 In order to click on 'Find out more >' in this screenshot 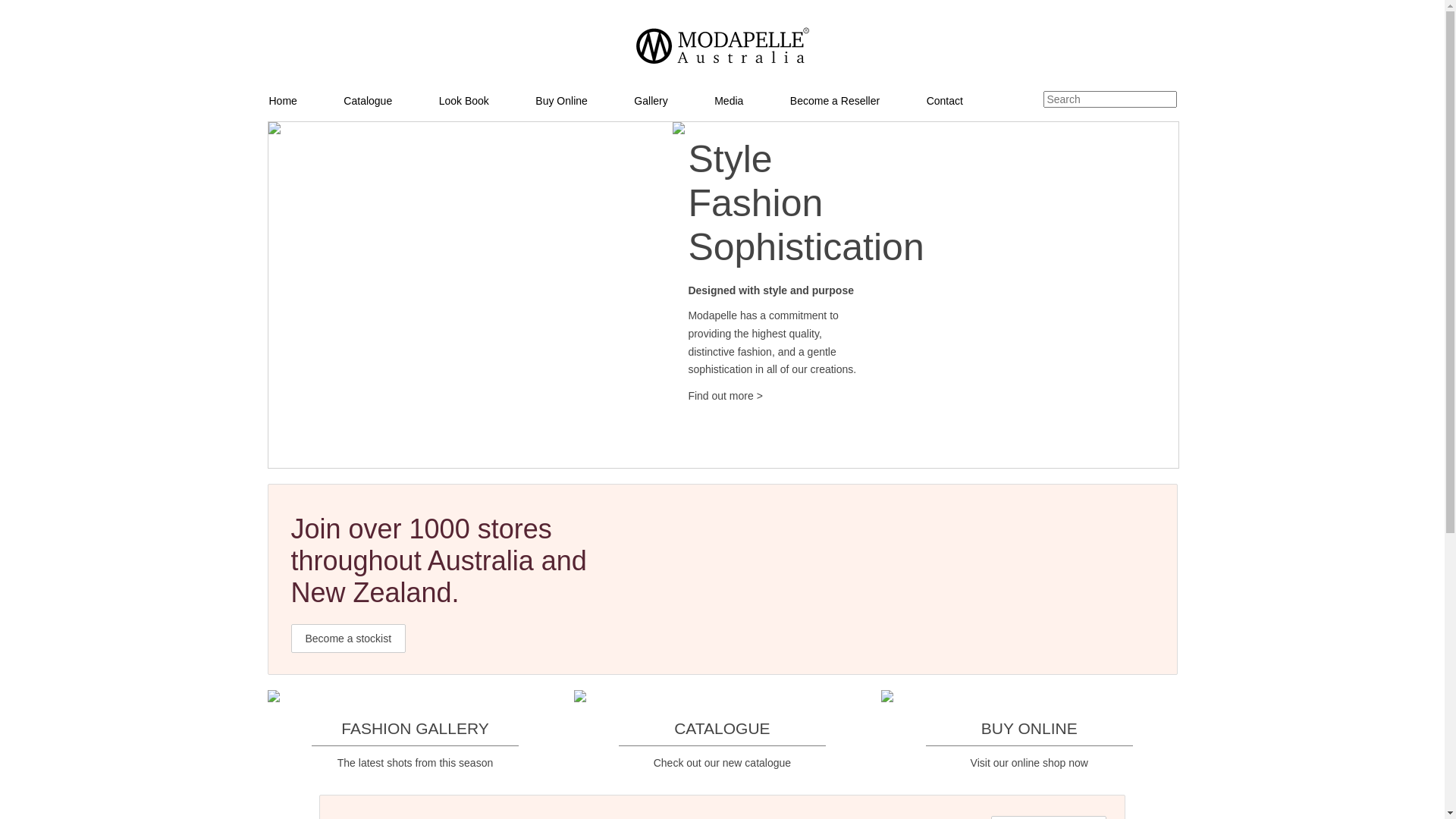, I will do `click(723, 394)`.